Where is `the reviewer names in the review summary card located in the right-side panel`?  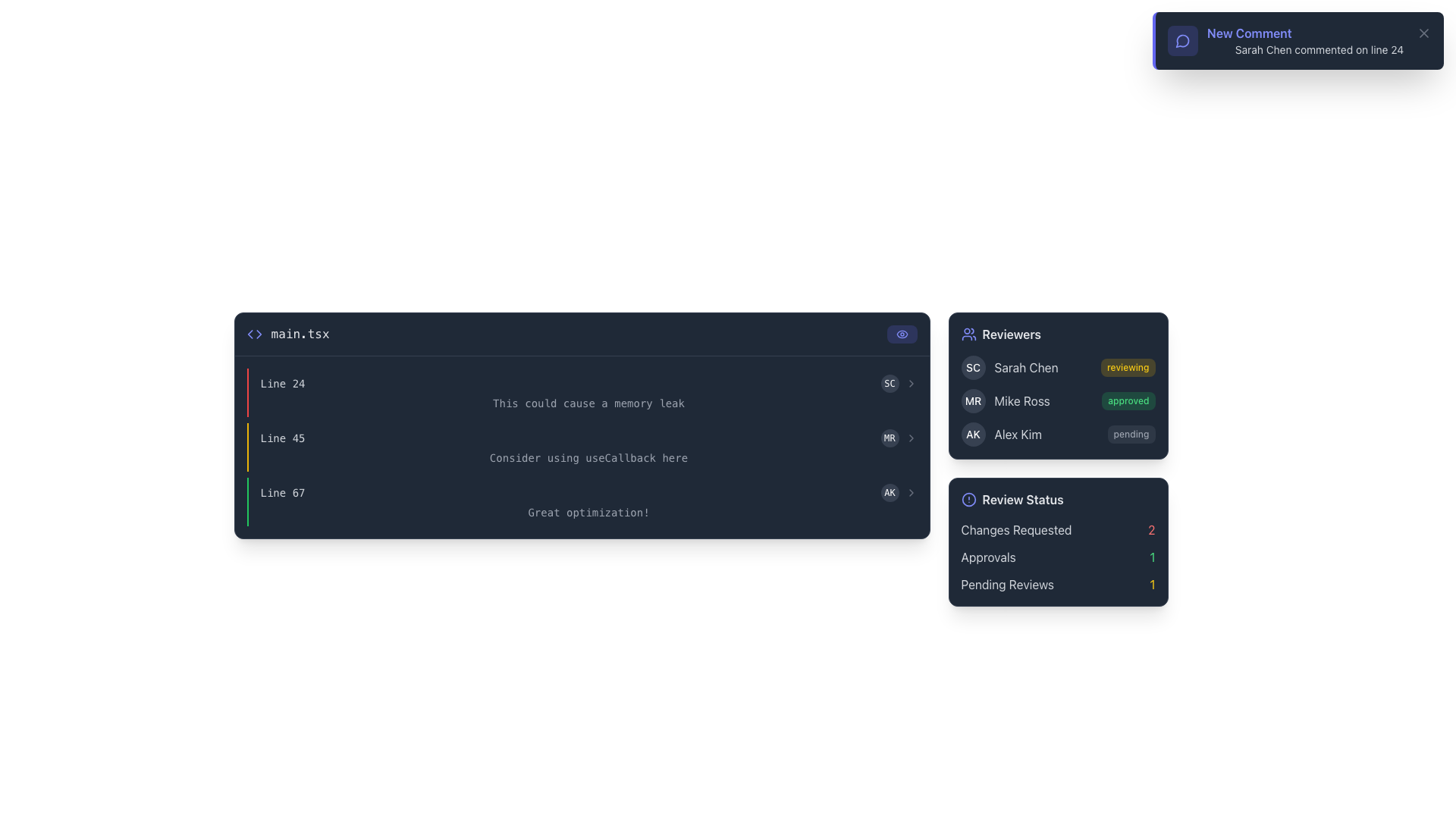 the reviewer names in the review summary card located in the right-side panel is located at coordinates (1057, 458).